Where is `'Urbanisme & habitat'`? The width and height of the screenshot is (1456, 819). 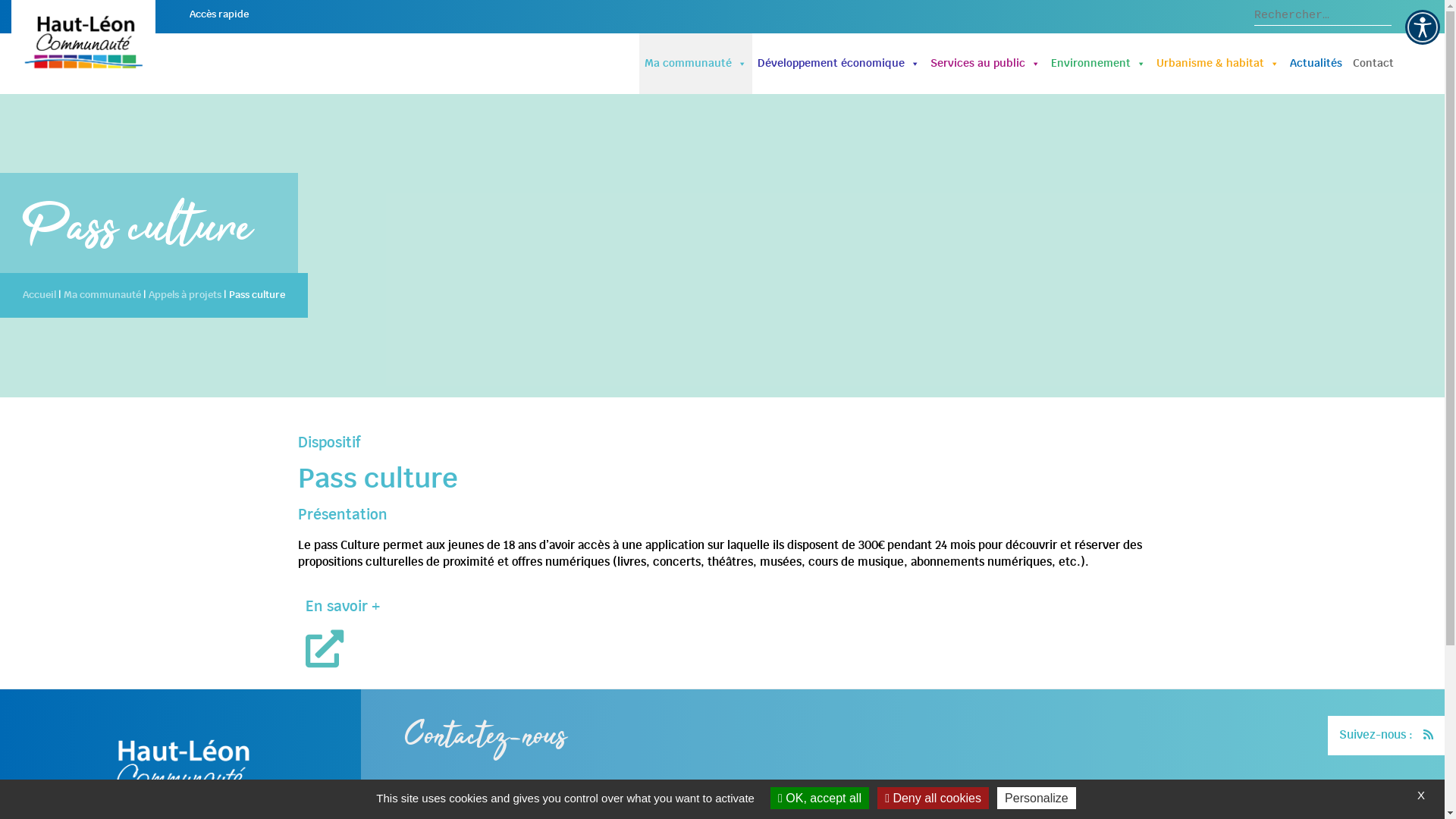 'Urbanisme & habitat' is located at coordinates (1150, 63).